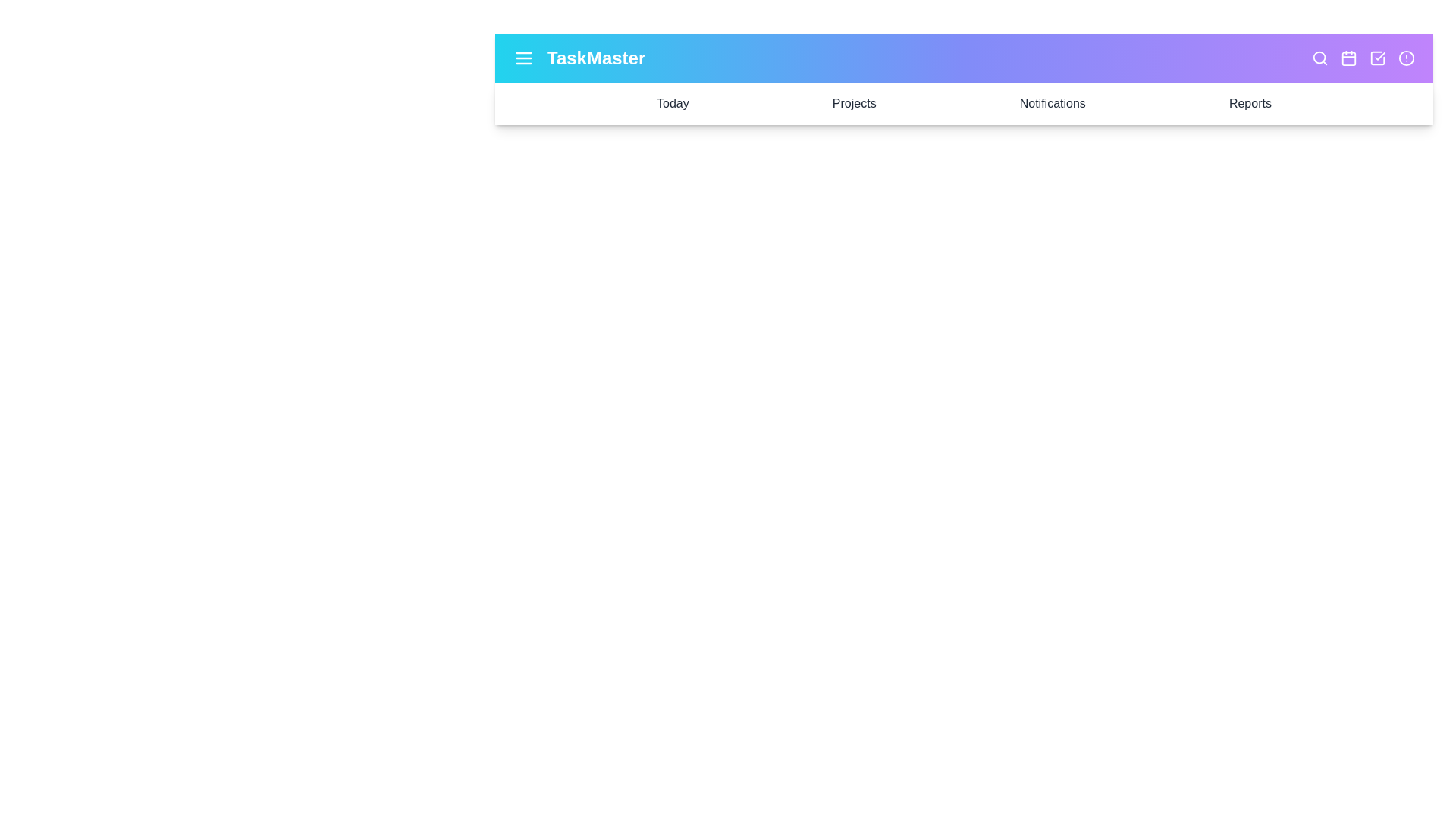 This screenshot has width=1456, height=819. Describe the element at coordinates (1250, 103) in the screenshot. I see `the 'Reports' text in the navigation bar to navigate to the 'Reports' section` at that location.